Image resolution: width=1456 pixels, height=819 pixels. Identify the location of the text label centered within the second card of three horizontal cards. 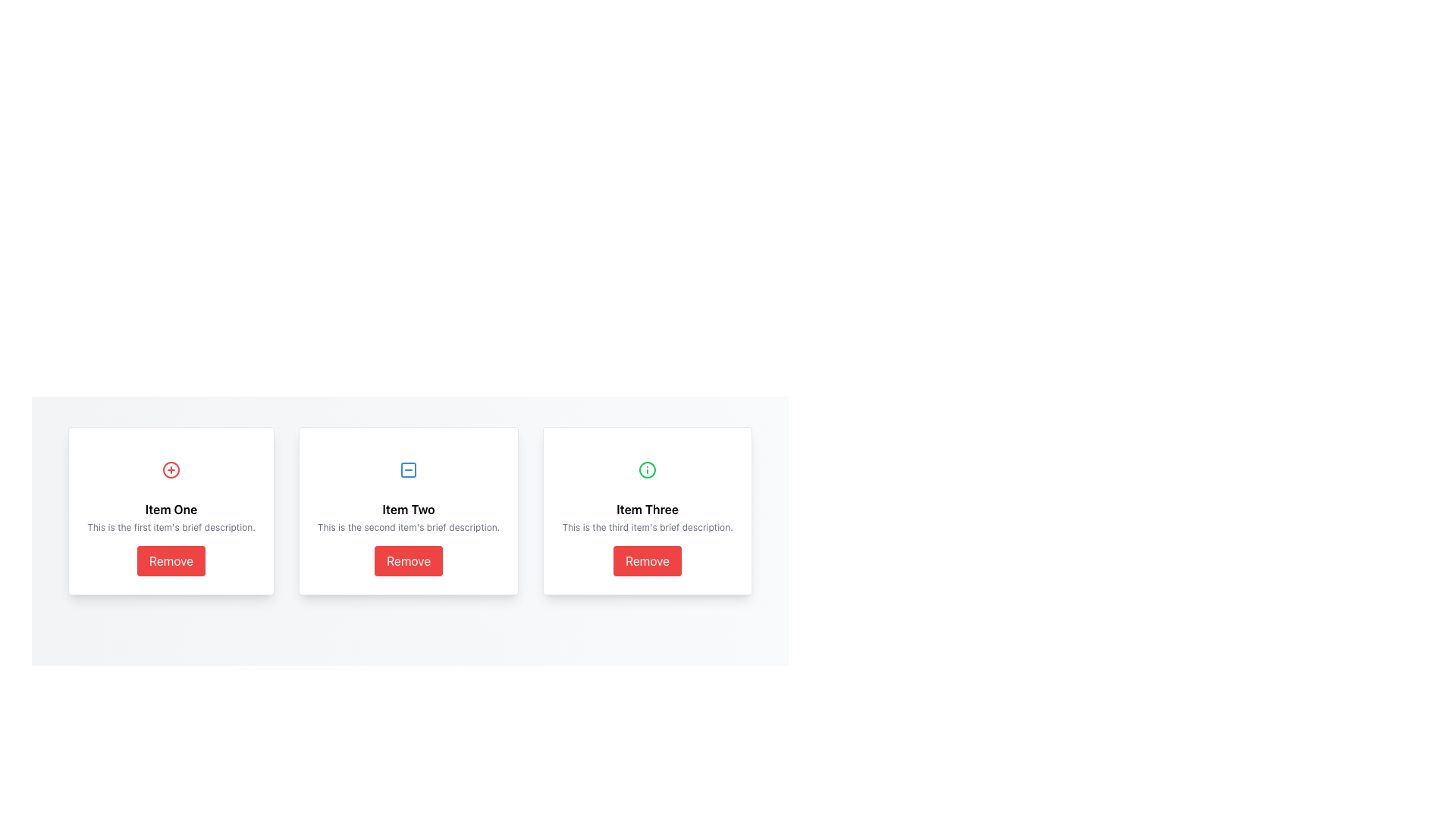
(409, 509).